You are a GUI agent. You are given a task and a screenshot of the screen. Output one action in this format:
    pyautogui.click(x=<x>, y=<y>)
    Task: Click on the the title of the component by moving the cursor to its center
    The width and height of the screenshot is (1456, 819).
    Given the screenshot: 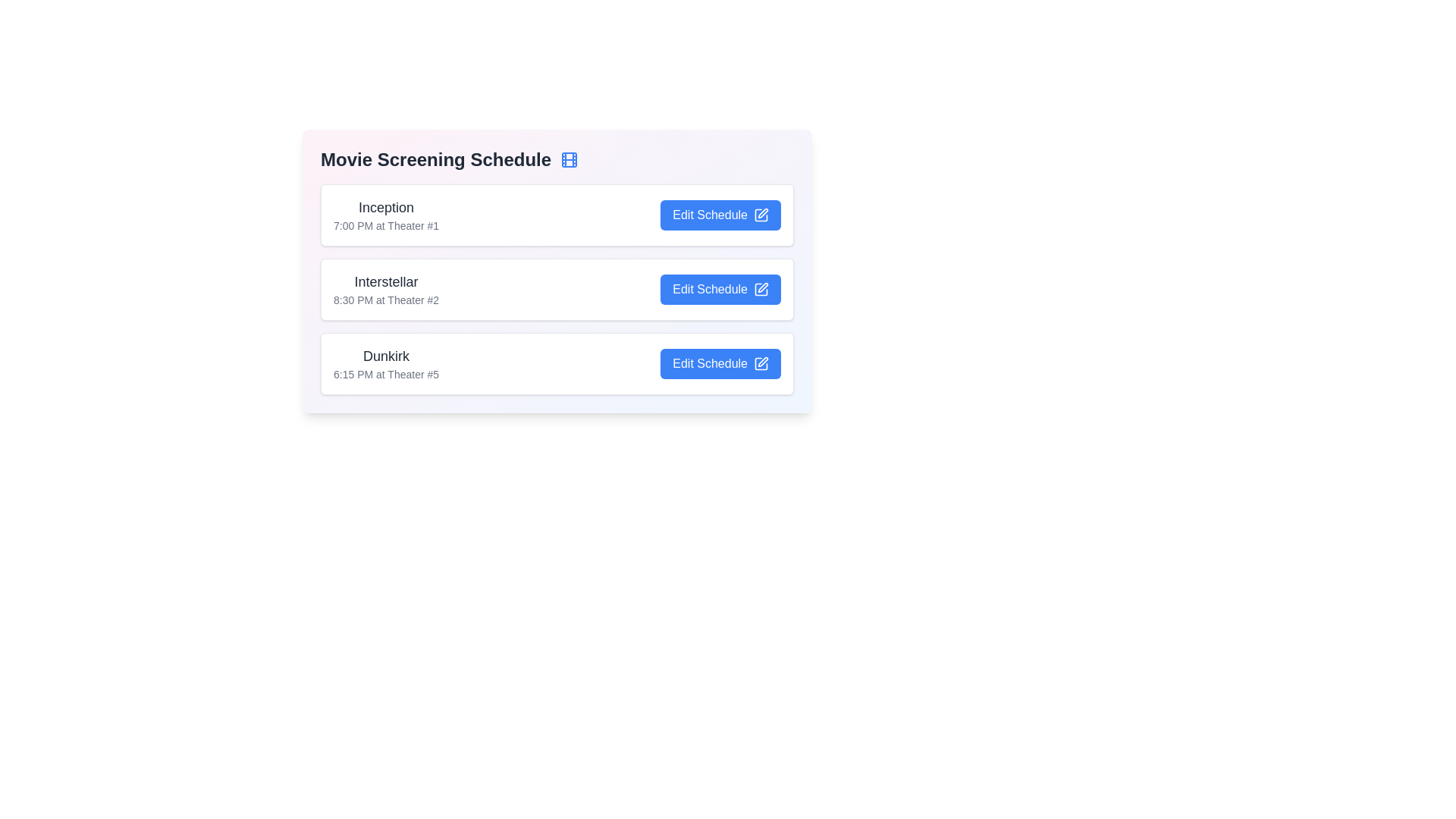 What is the action you would take?
    pyautogui.click(x=556, y=160)
    